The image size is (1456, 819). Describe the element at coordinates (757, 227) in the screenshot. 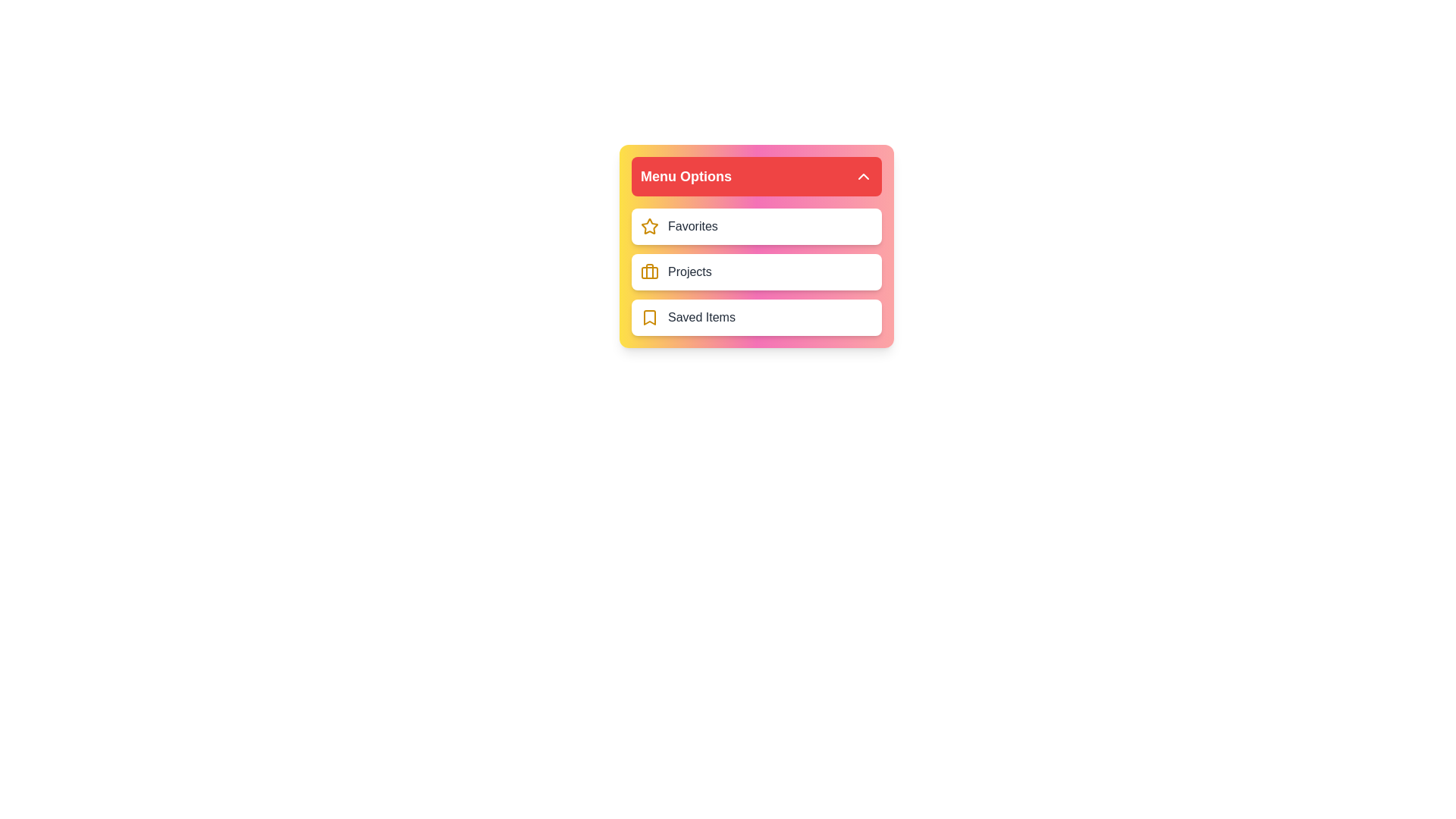

I see `the menu item labeled Favorites to observe its hover effect` at that location.